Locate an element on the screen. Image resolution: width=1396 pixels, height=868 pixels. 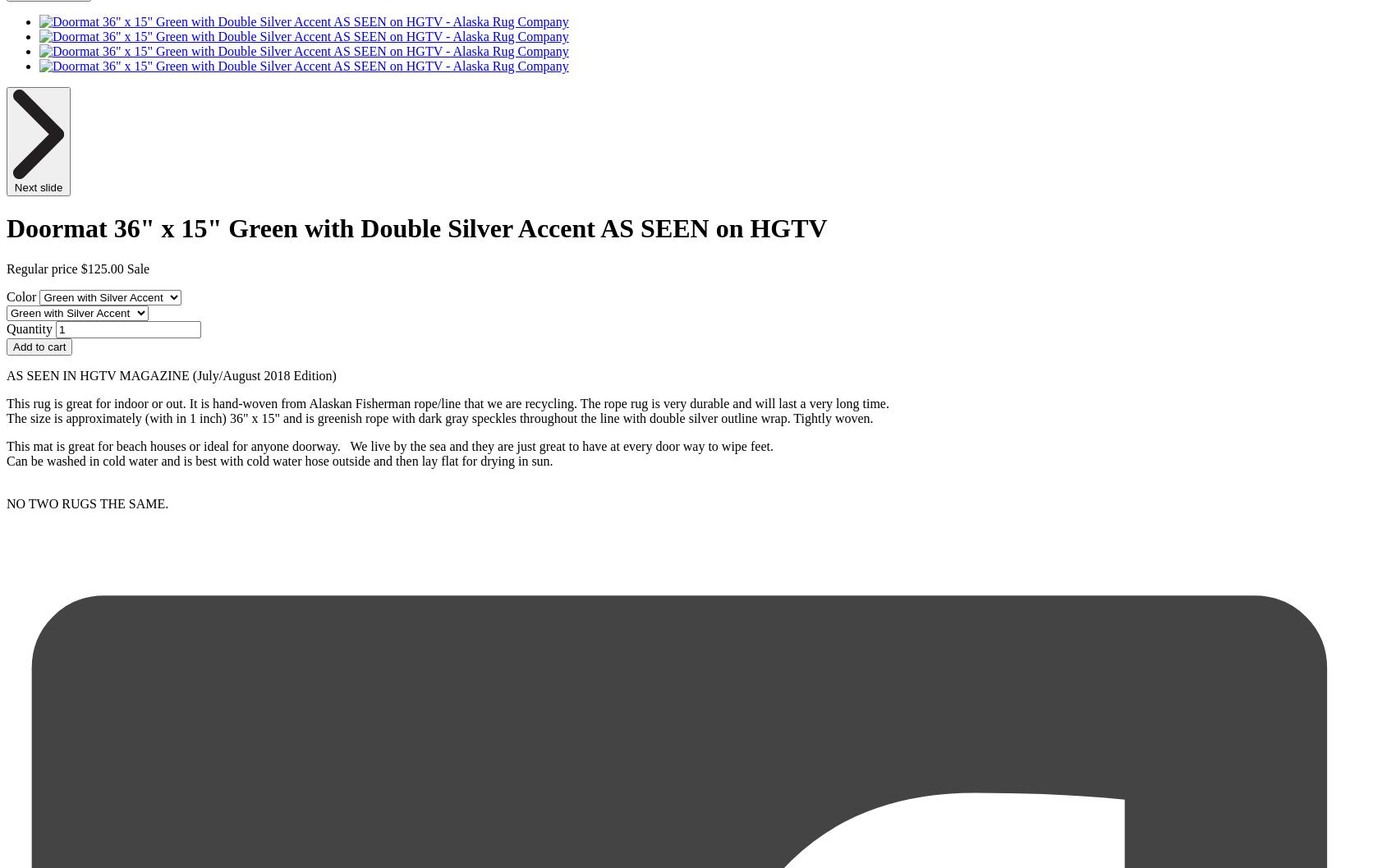
'Can be washed in cold water and is best with cold water hose outside and then lay flat for drying in sun.' is located at coordinates (6, 459).